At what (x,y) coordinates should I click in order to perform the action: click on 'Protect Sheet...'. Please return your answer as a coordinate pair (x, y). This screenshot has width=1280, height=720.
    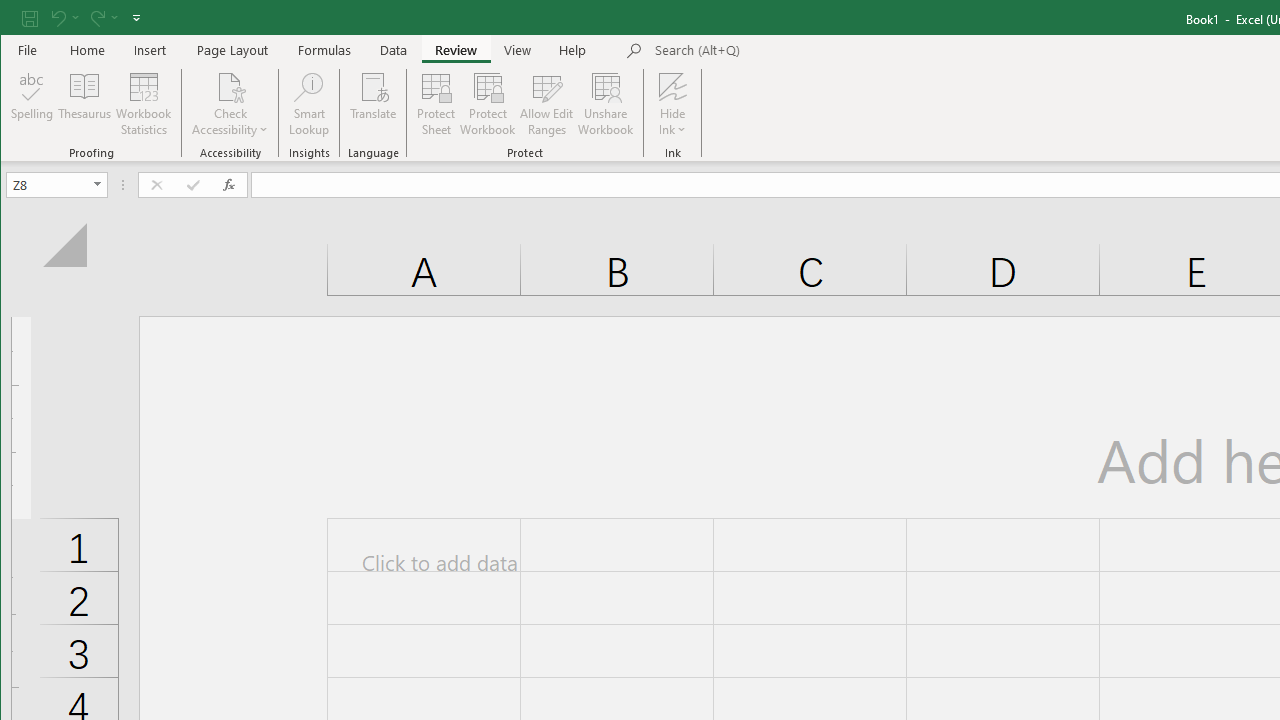
    Looking at the image, I should click on (435, 104).